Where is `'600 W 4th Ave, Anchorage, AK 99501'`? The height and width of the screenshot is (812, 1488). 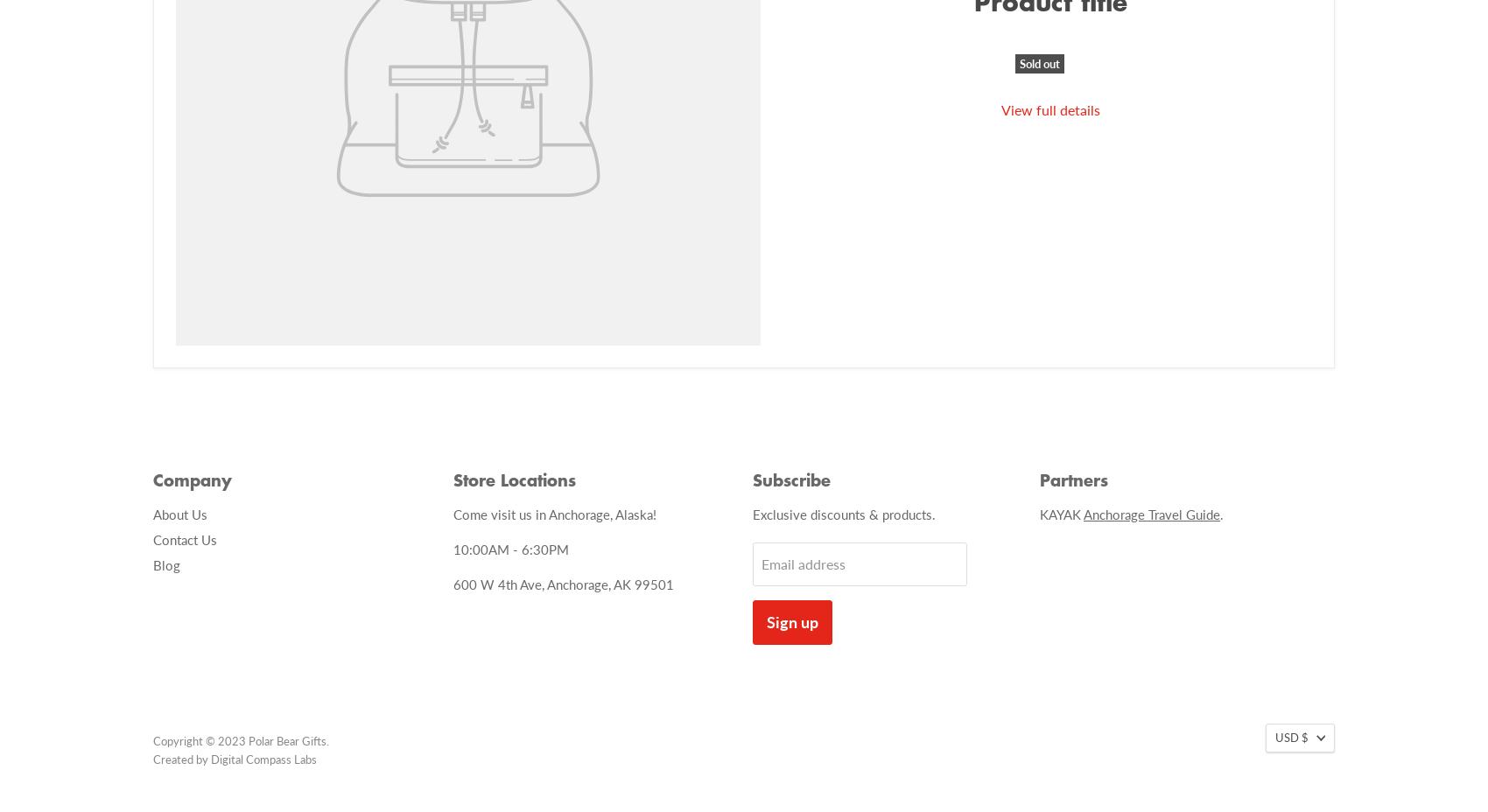
'600 W 4th Ave, Anchorage, AK 99501' is located at coordinates (562, 584).